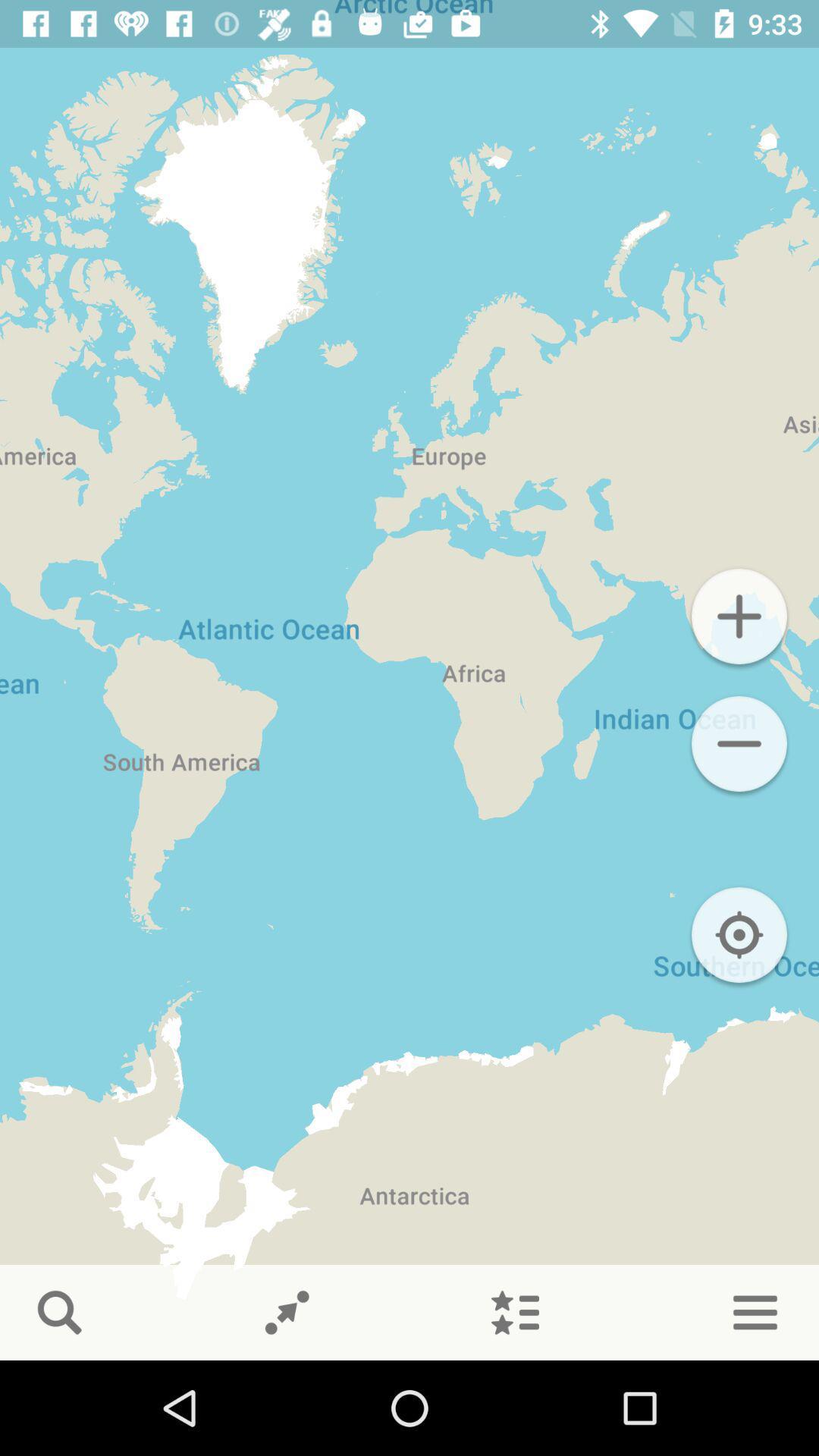  I want to click on split option, so click(287, 1312).